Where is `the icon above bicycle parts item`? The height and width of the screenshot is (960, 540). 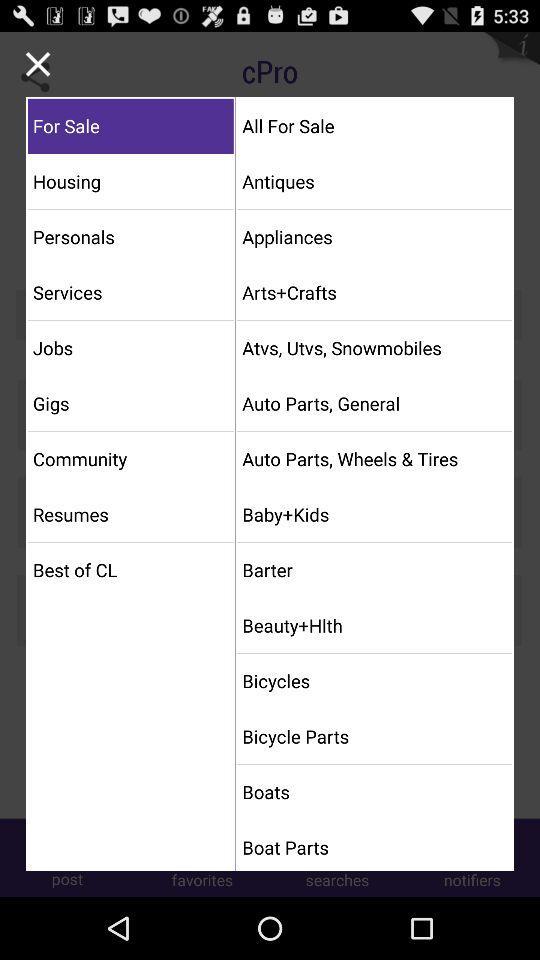 the icon above bicycle parts item is located at coordinates (374, 681).